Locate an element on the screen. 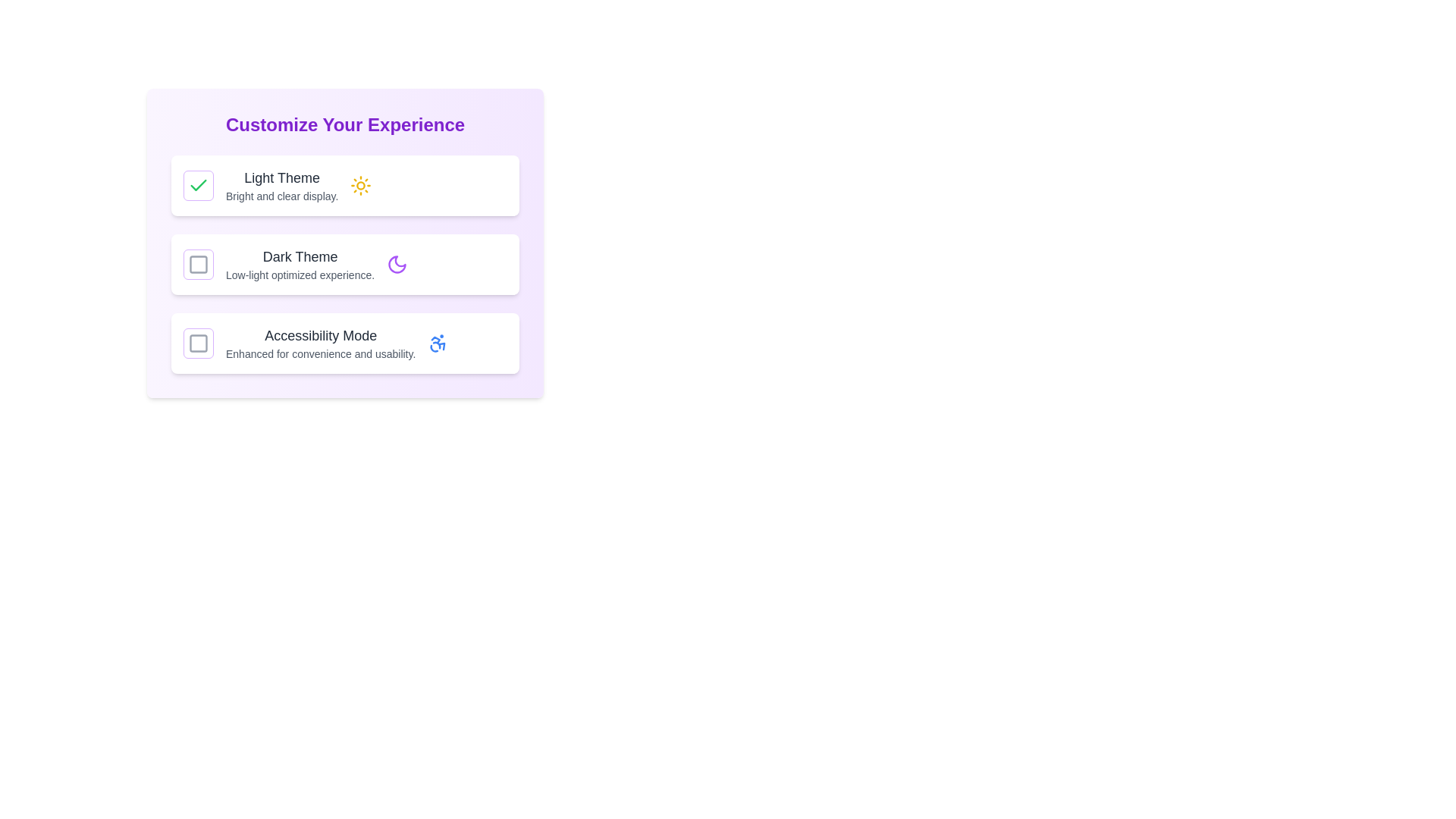 The height and width of the screenshot is (819, 1456). the sun-shaped icon with vibrant yellow color located in the 'Light Theme' option, positioned to the left of the text 'Bright and clear display.' is located at coordinates (360, 185).